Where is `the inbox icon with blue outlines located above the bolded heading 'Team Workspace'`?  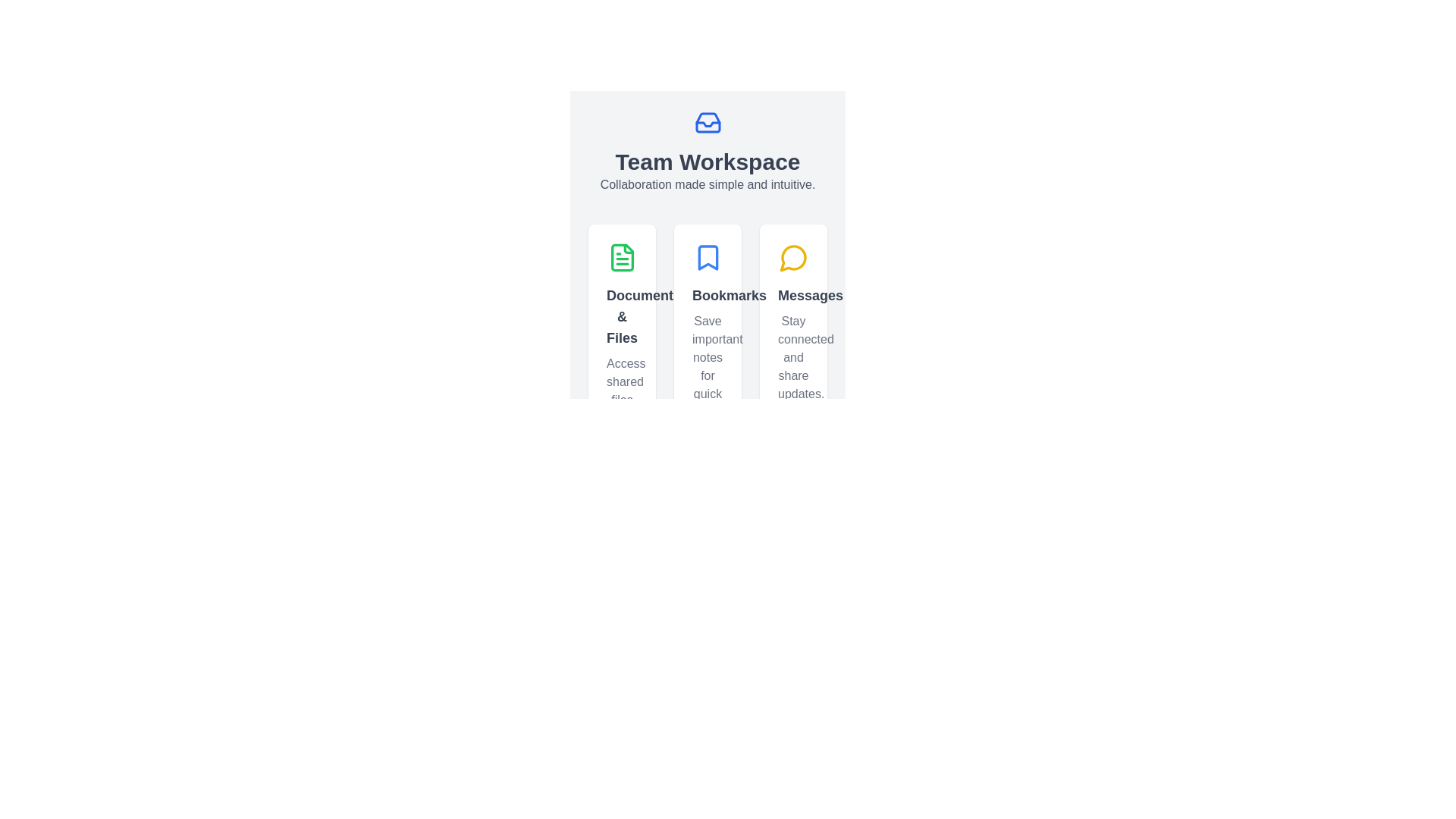
the inbox icon with blue outlines located above the bolded heading 'Team Workspace' is located at coordinates (707, 122).